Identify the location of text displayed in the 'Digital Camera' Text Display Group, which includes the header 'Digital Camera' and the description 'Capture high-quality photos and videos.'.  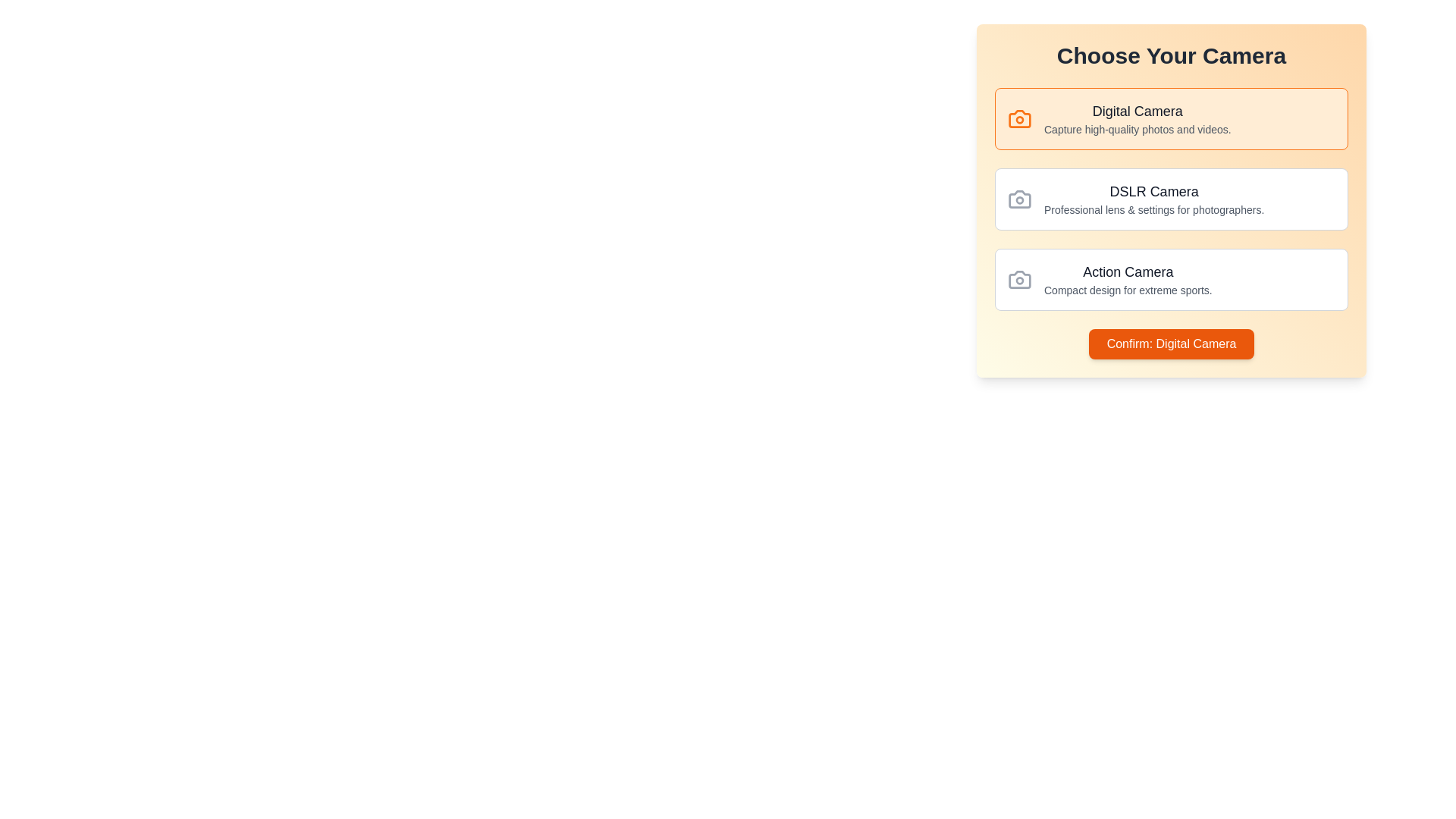
(1137, 118).